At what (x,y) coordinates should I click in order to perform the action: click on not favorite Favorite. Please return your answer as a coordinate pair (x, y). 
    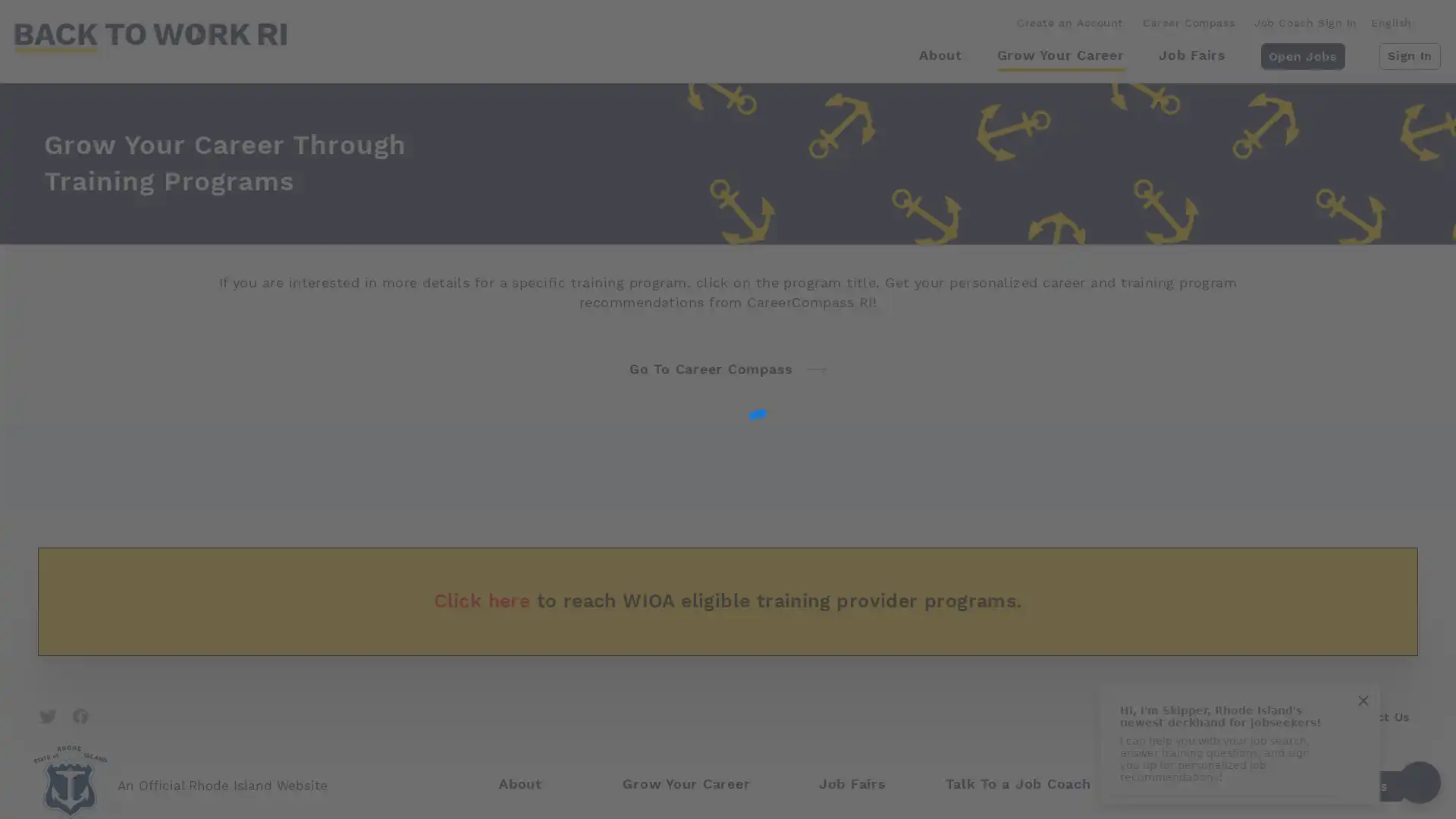
    Looking at the image, I should click on (651, 717).